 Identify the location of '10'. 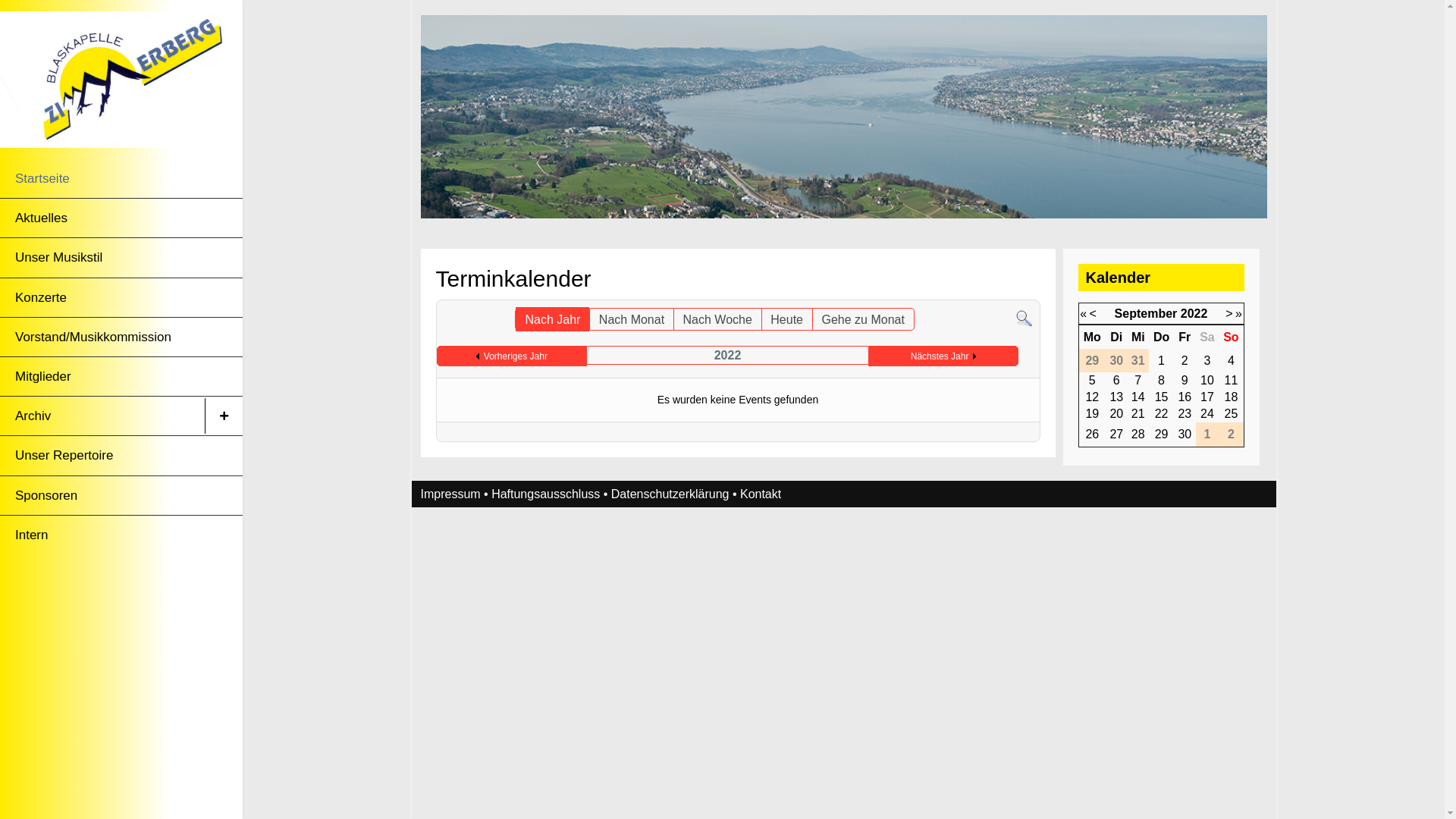
(1200, 379).